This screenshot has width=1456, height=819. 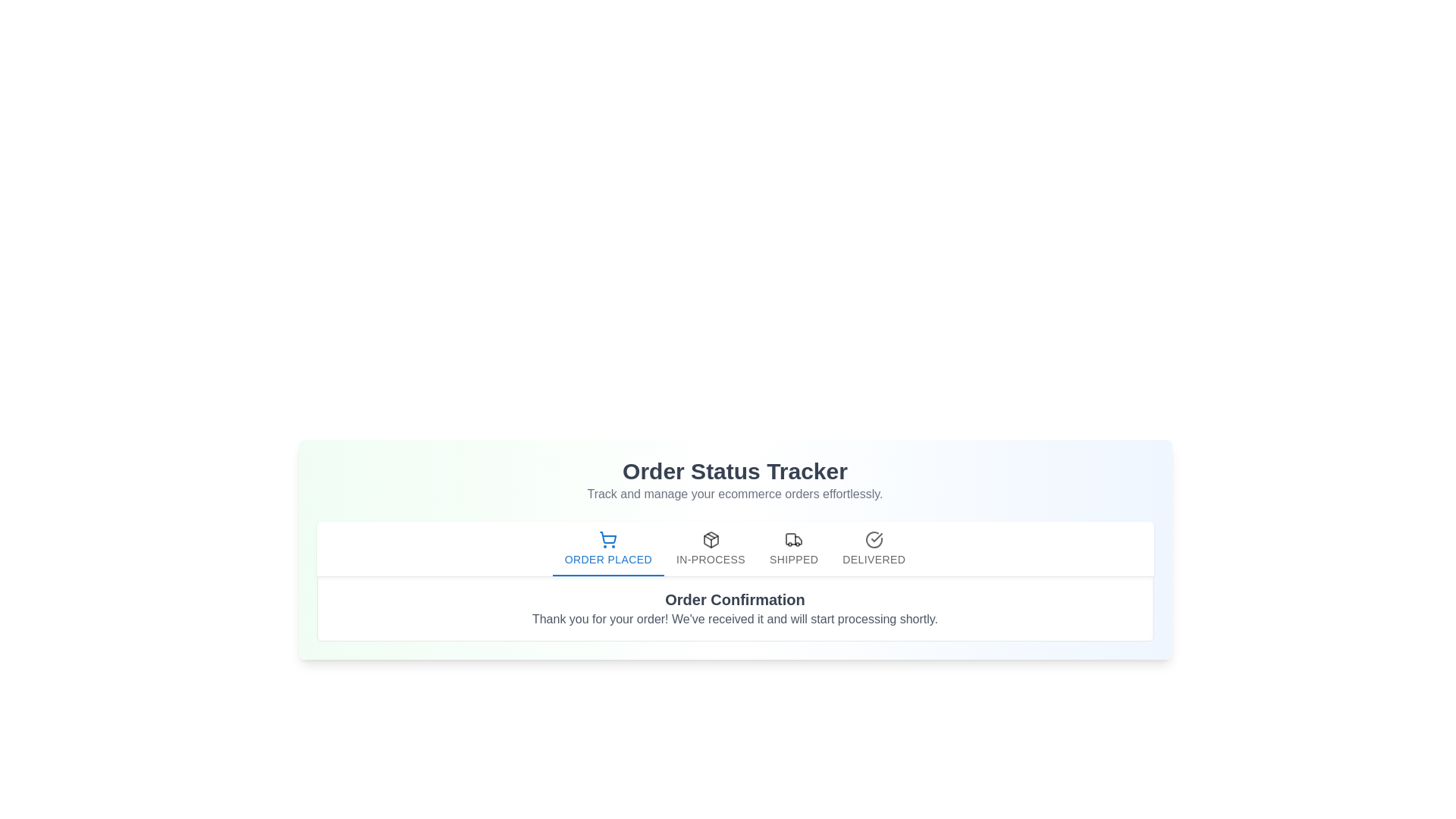 I want to click on the 'In-Process' icon located in the top-right section of the tab bar, which is the second icon representing the current stage in the process flow, so click(x=710, y=539).